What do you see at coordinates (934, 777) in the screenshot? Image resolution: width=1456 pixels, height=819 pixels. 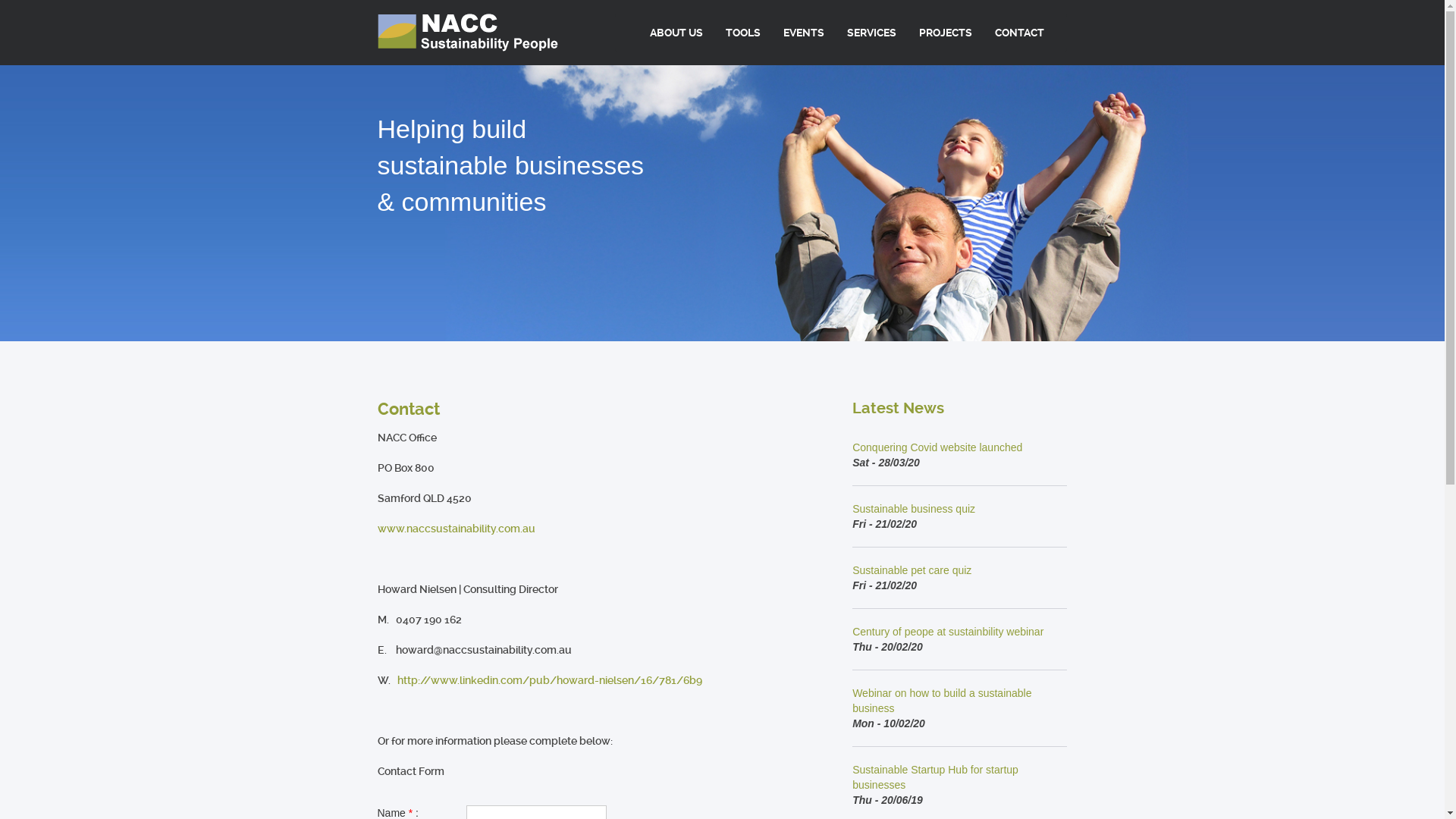 I see `'Sustainable Startup Hub for startup businesses'` at bounding box center [934, 777].